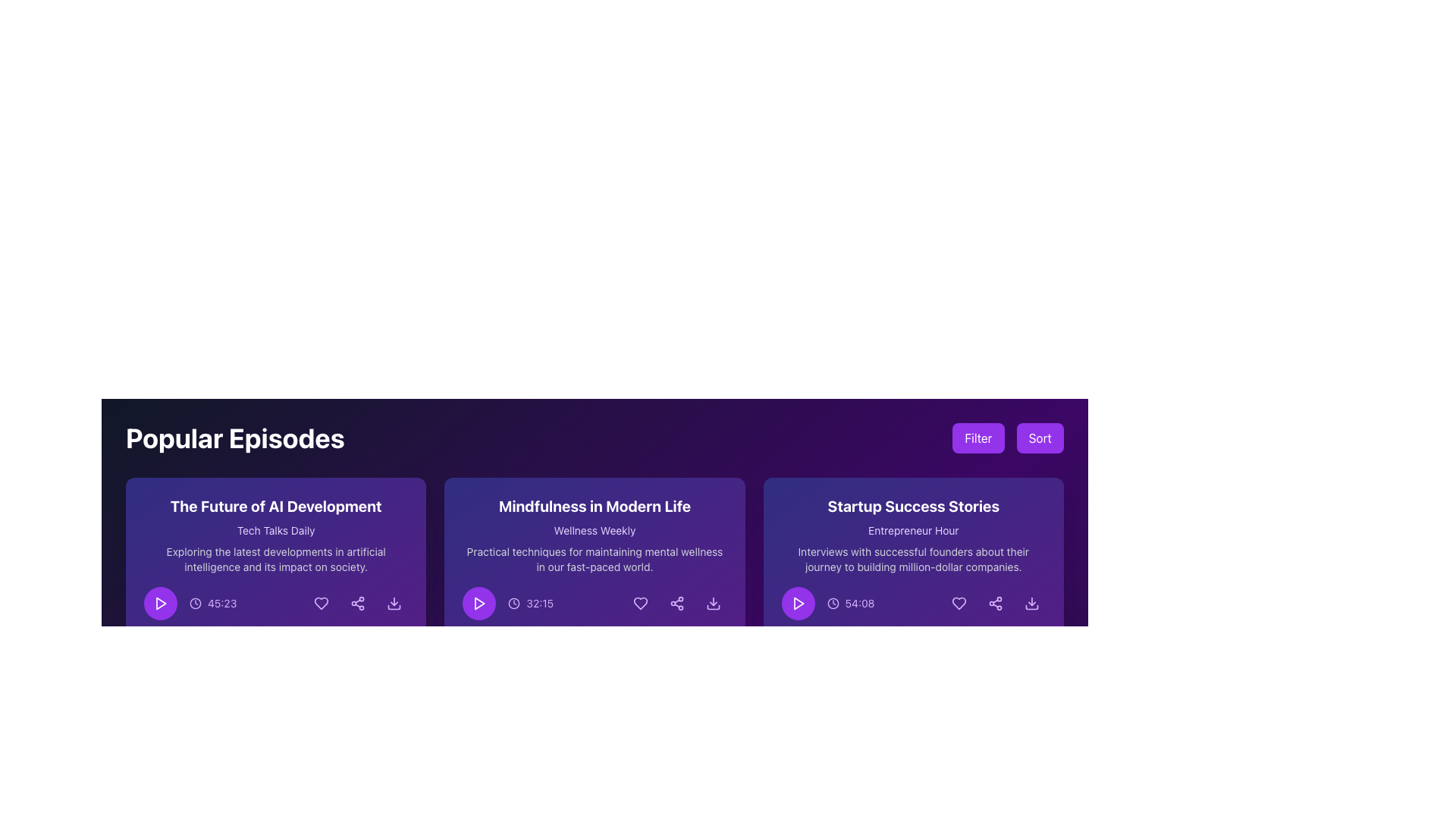  Describe the element at coordinates (276, 534) in the screenshot. I see `the Textual content block titled 'The Future of AI Development' located within the leftmost card of the 'Popular Episodes' section` at that location.